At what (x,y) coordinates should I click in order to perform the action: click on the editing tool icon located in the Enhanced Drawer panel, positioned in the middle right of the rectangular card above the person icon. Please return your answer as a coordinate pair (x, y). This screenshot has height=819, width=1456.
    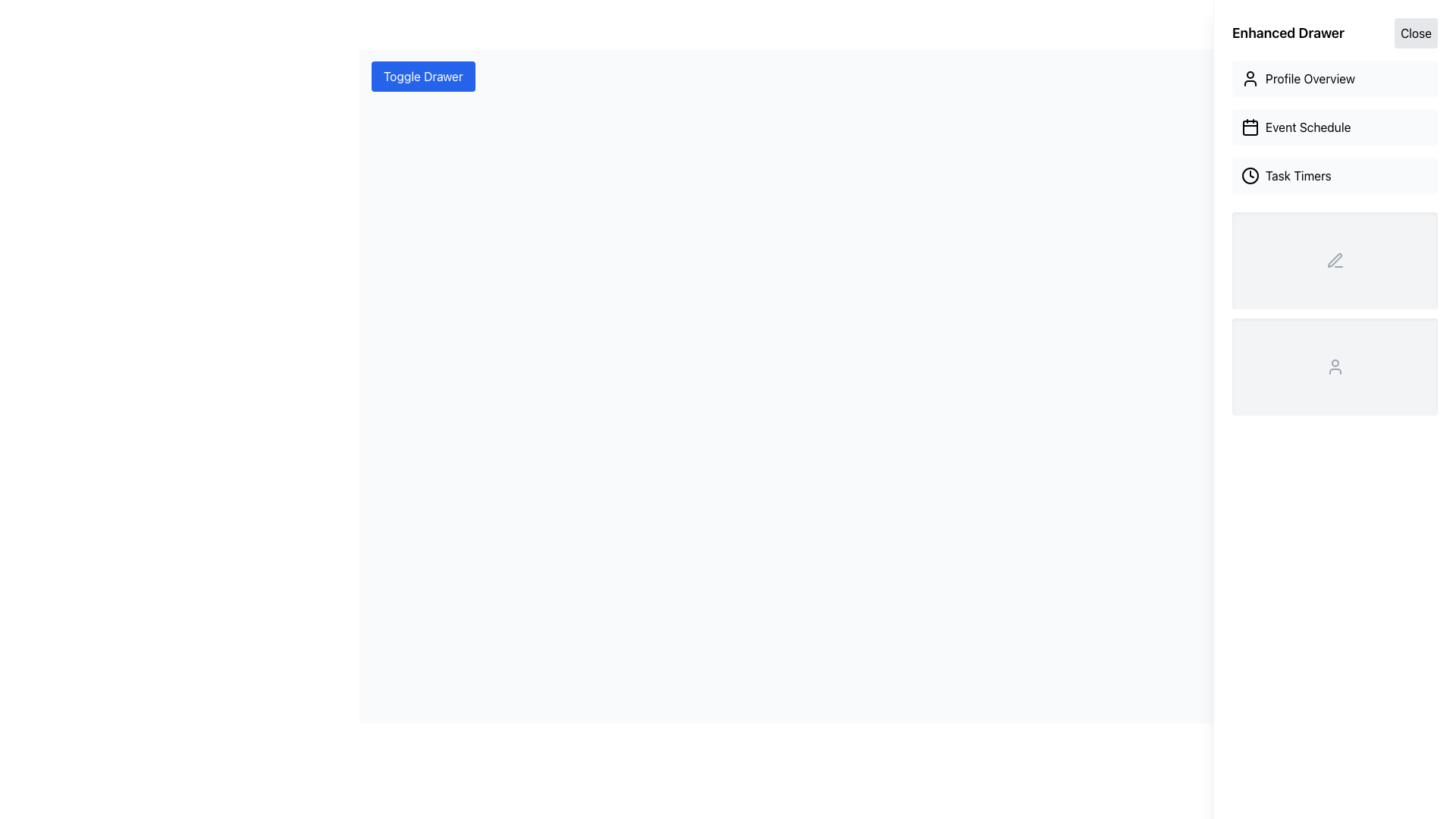
    Looking at the image, I should click on (1335, 259).